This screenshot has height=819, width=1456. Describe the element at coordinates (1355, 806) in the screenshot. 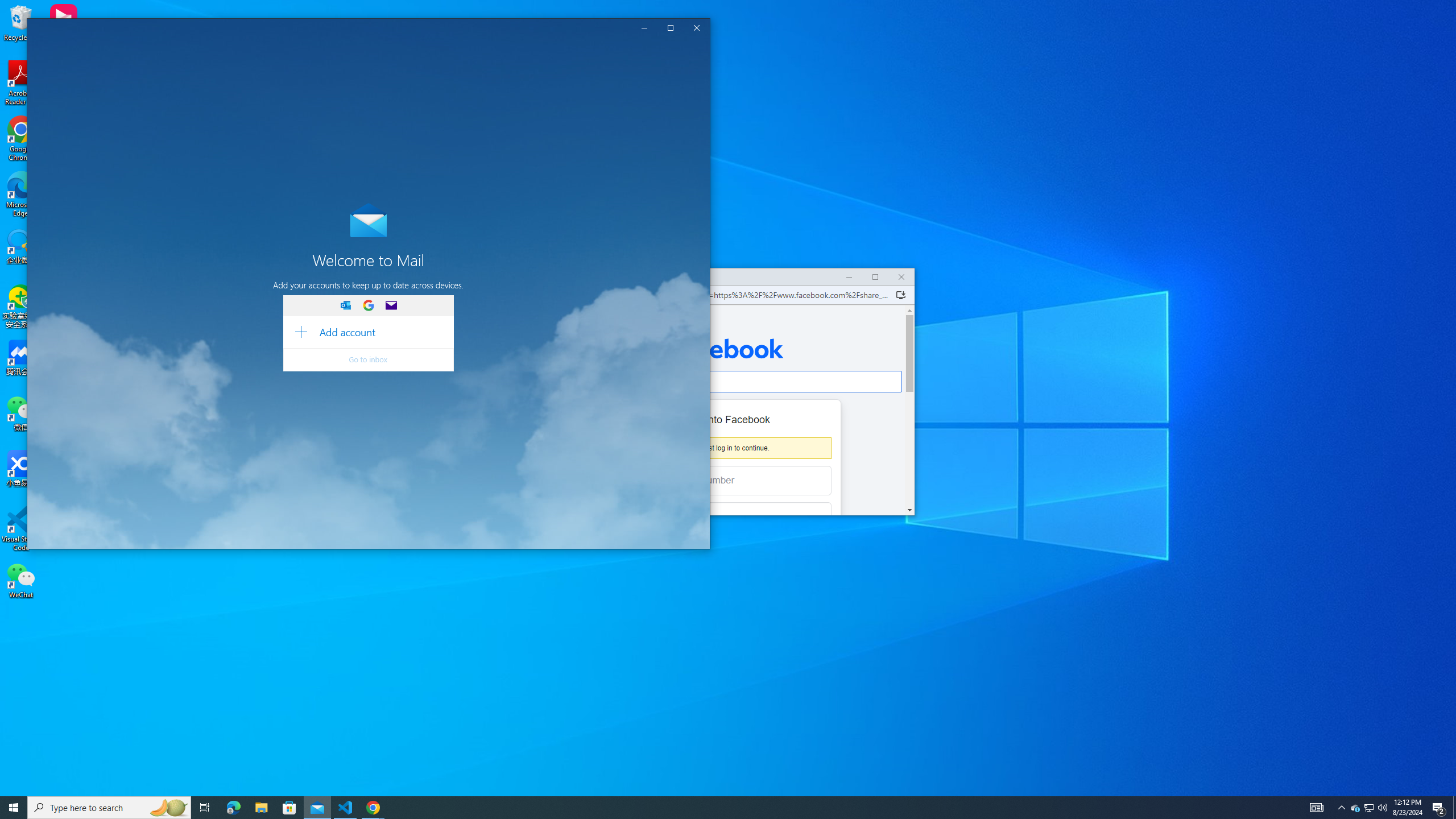

I see `'Switch to People'` at that location.